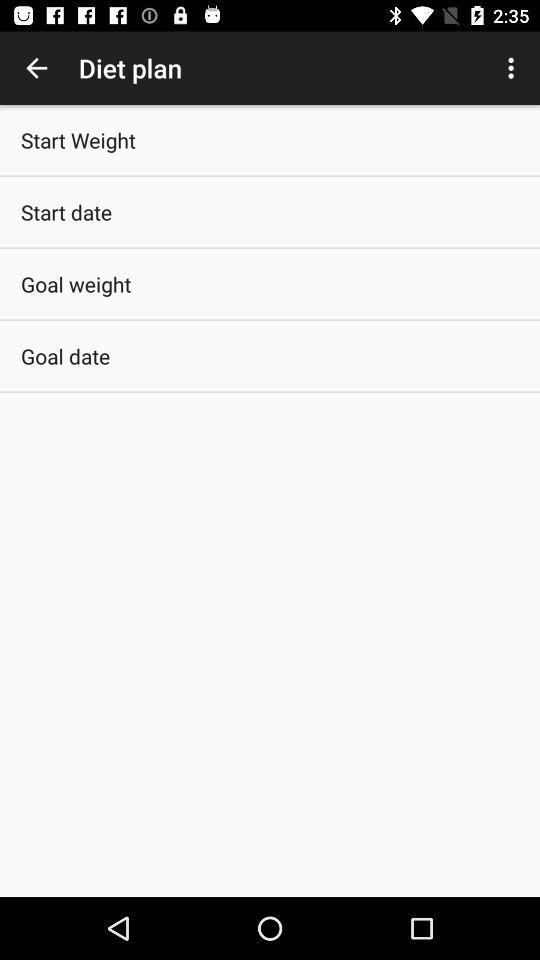 This screenshot has width=540, height=960. Describe the element at coordinates (75, 283) in the screenshot. I see `goal weight app` at that location.